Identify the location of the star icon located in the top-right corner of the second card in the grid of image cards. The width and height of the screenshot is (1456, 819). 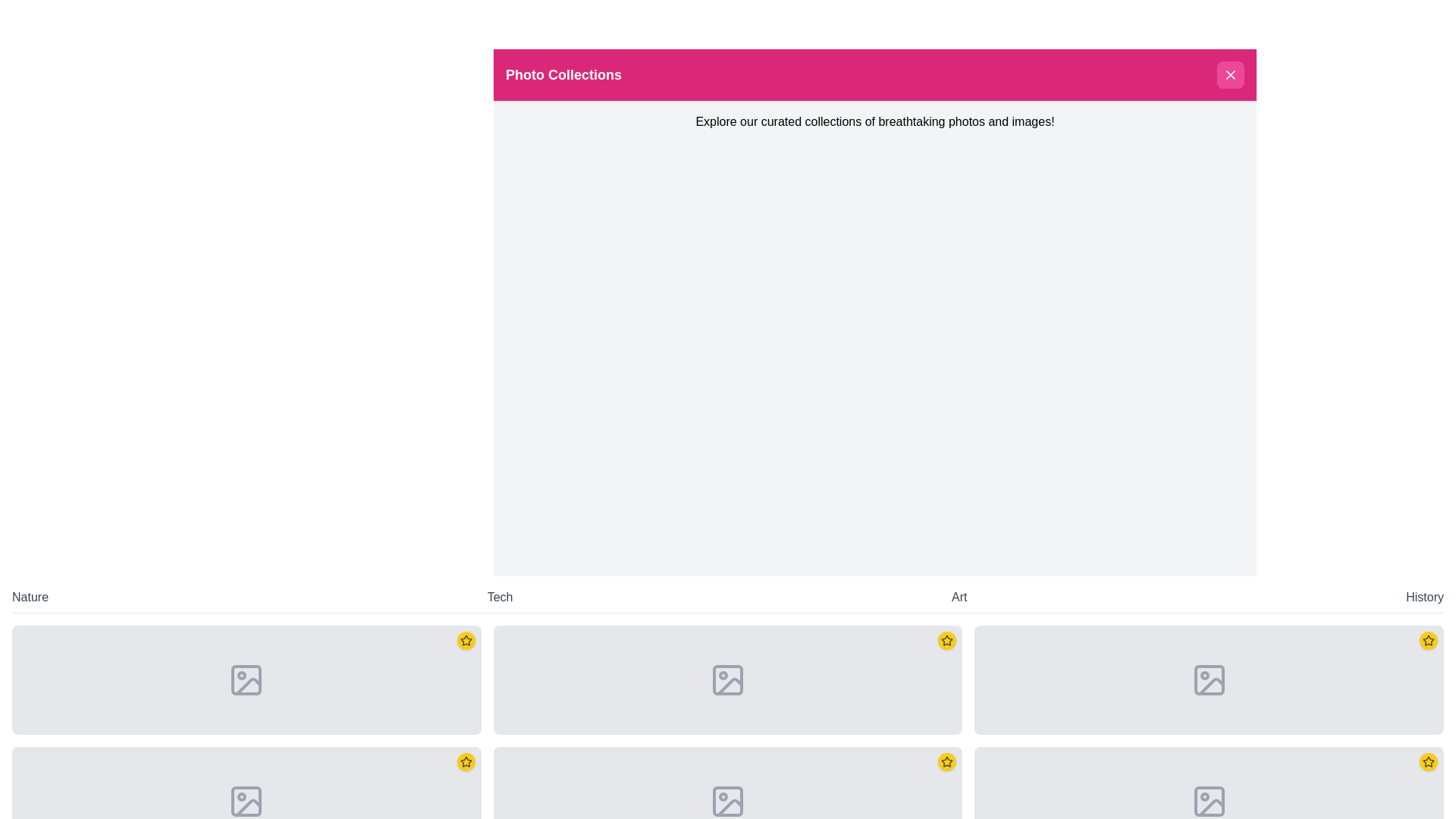
(465, 762).